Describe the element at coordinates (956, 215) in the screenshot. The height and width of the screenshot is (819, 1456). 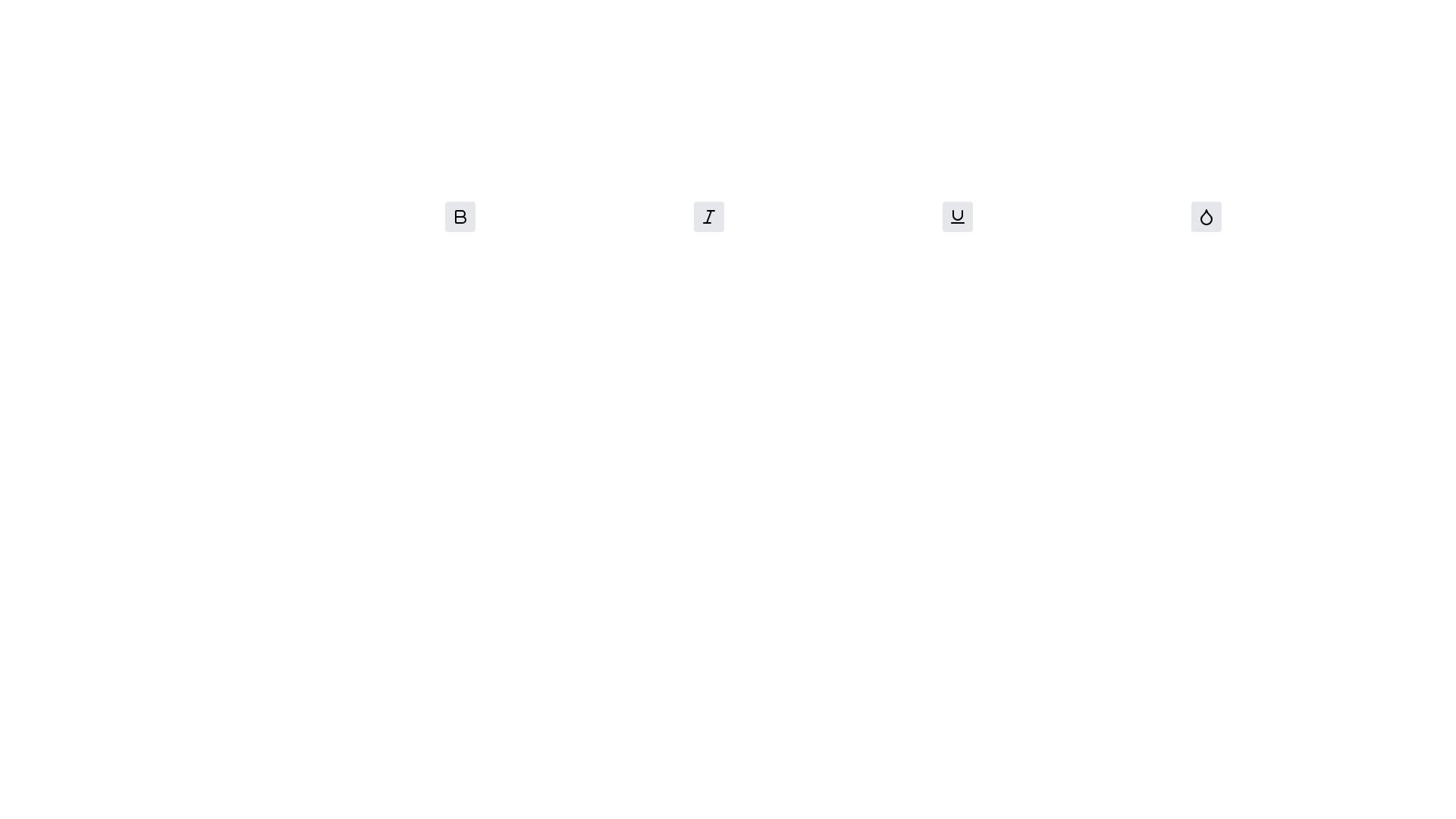
I see `the button containing the small curved stroke icon with a light gray background and black graphical symbol, located near the top section of the interface` at that location.